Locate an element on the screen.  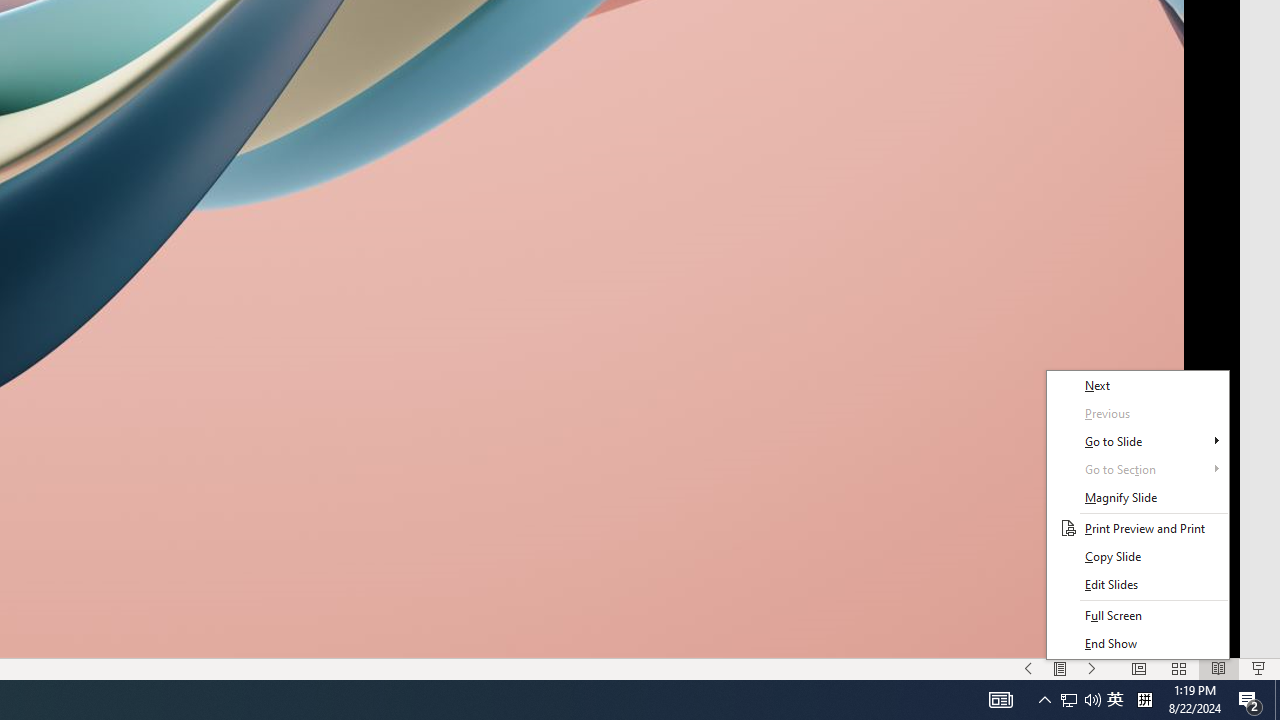
'Slide Show Previous On' is located at coordinates (1028, 669).